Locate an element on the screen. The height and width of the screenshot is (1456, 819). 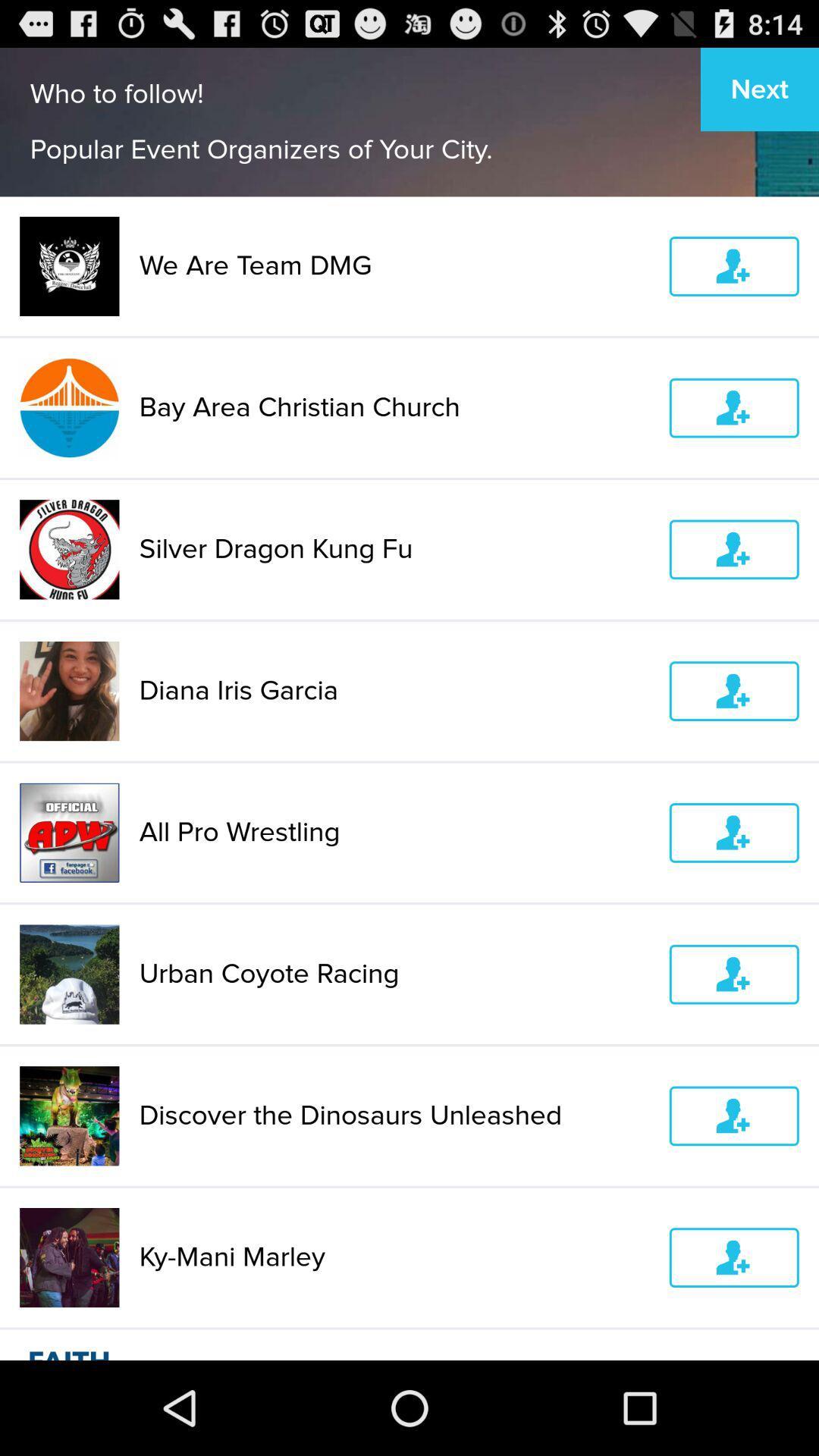
the icon above ky-mani marley is located at coordinates (394, 1116).